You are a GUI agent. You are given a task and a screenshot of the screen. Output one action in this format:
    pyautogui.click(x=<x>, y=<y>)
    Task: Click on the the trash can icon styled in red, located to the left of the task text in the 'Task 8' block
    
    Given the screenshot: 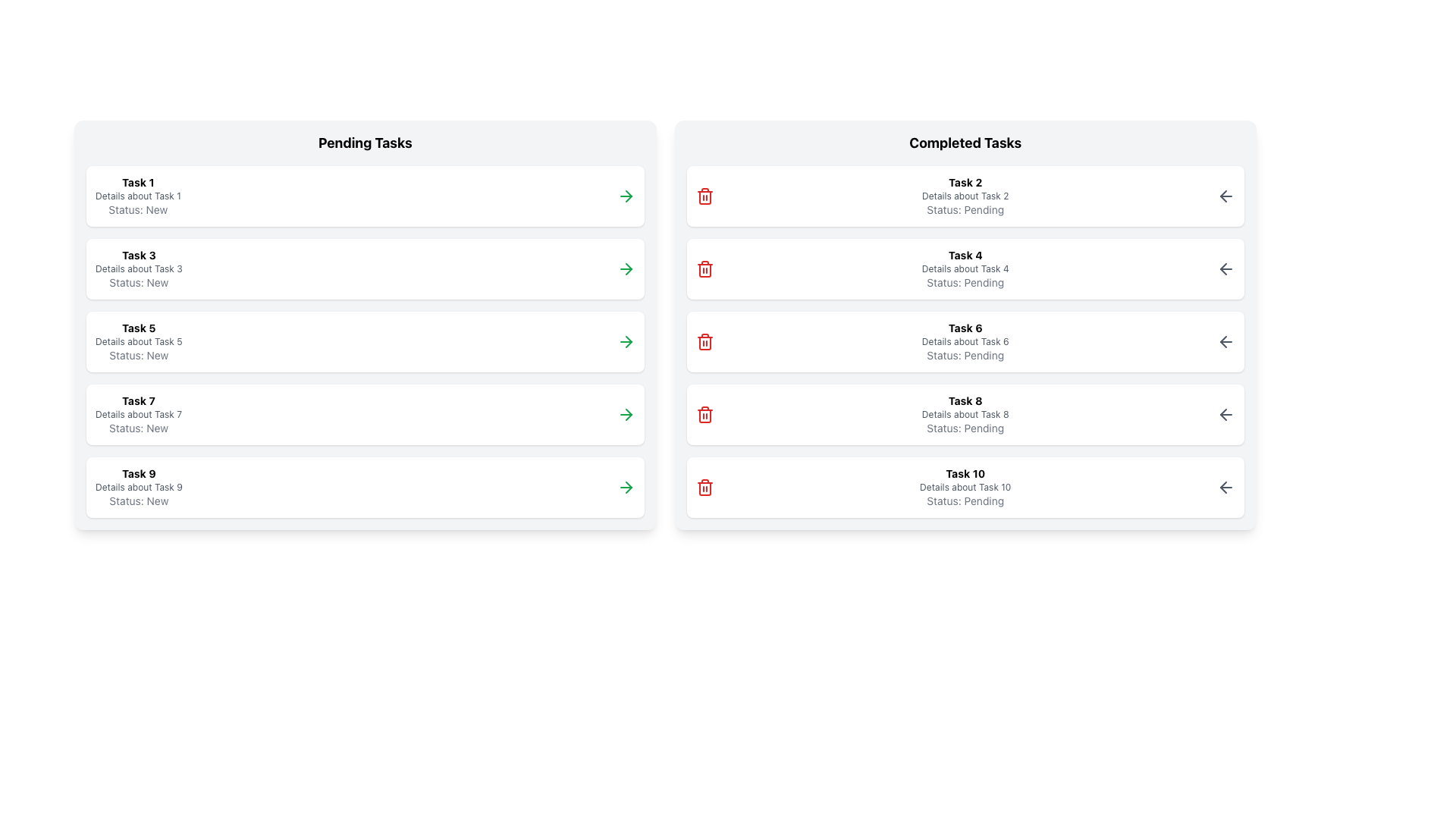 What is the action you would take?
    pyautogui.click(x=704, y=415)
    